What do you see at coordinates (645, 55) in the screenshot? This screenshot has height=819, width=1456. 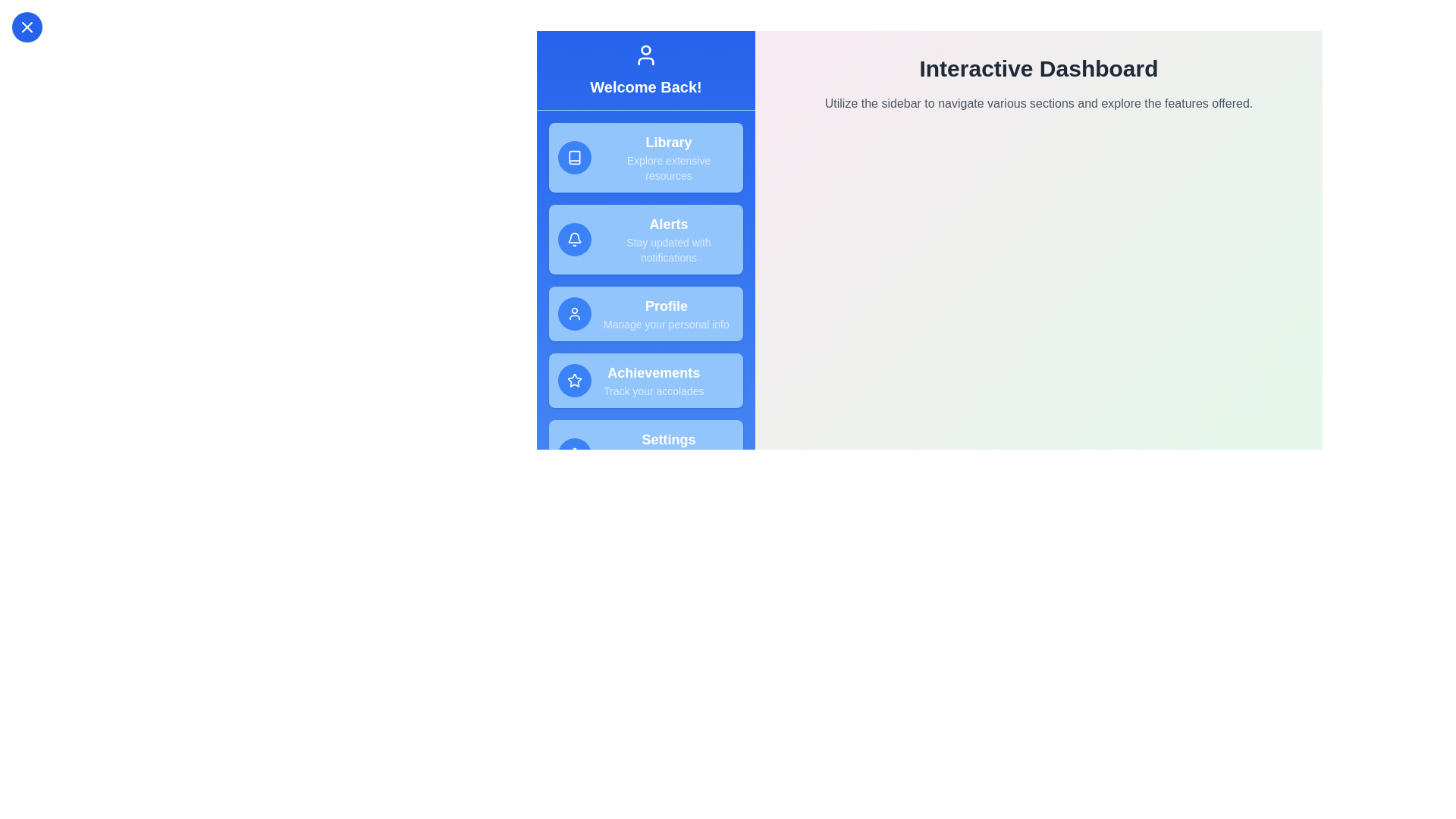 I see `the user icon in the header section of the drawer` at bounding box center [645, 55].